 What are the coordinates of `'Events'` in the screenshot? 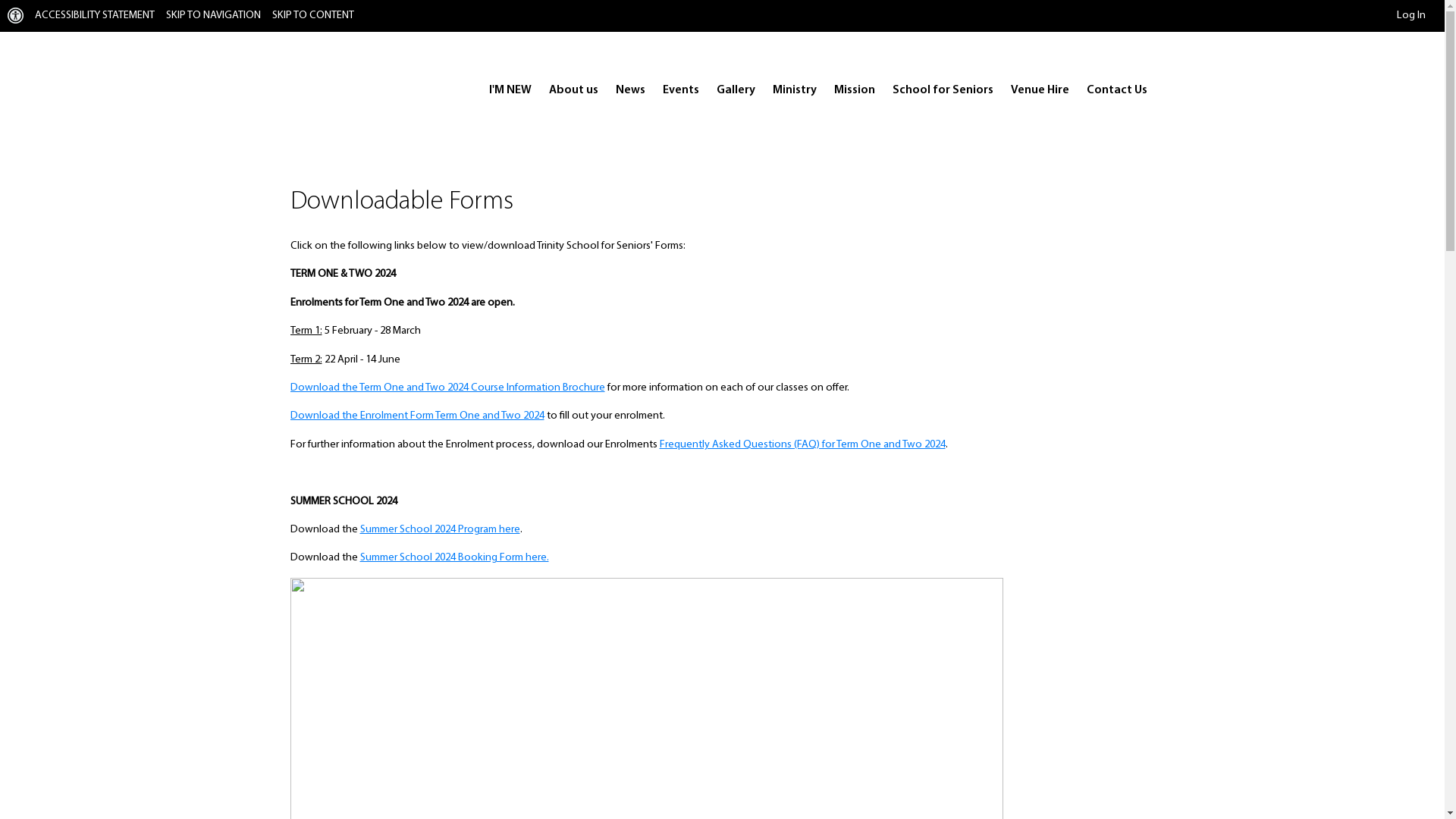 It's located at (679, 90).